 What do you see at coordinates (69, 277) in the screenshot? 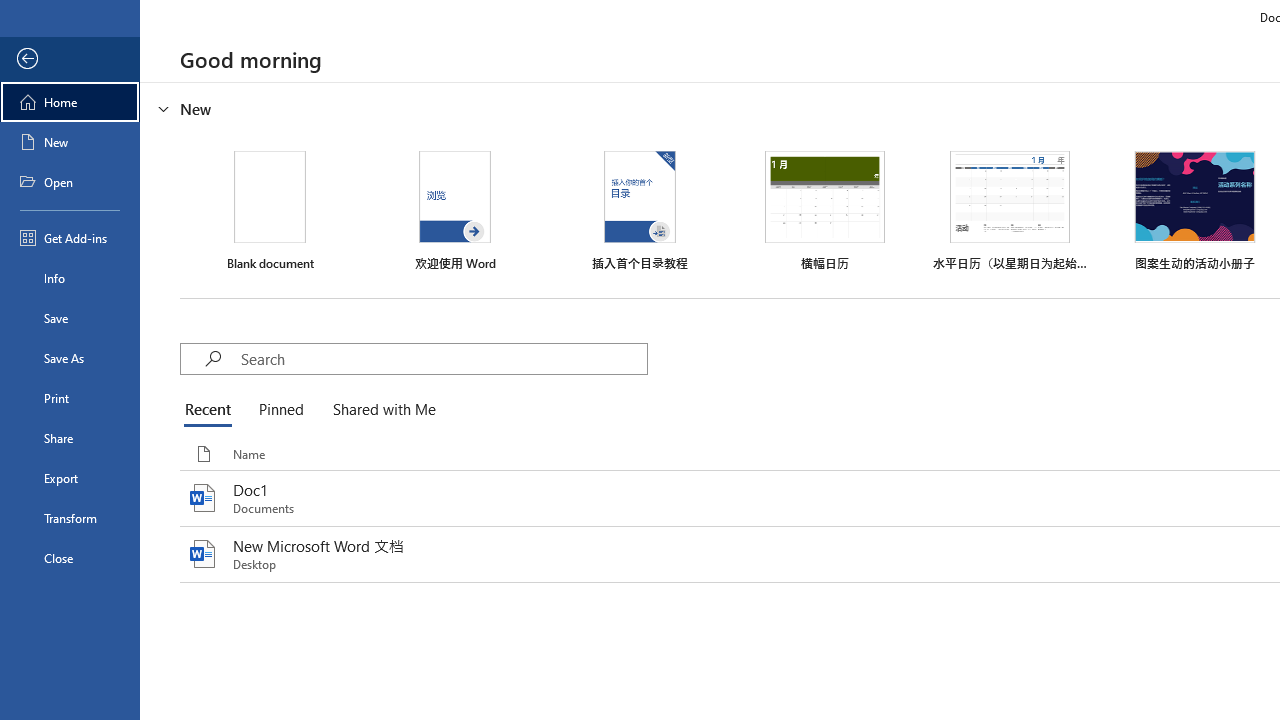
I see `'Info'` at bounding box center [69, 277].